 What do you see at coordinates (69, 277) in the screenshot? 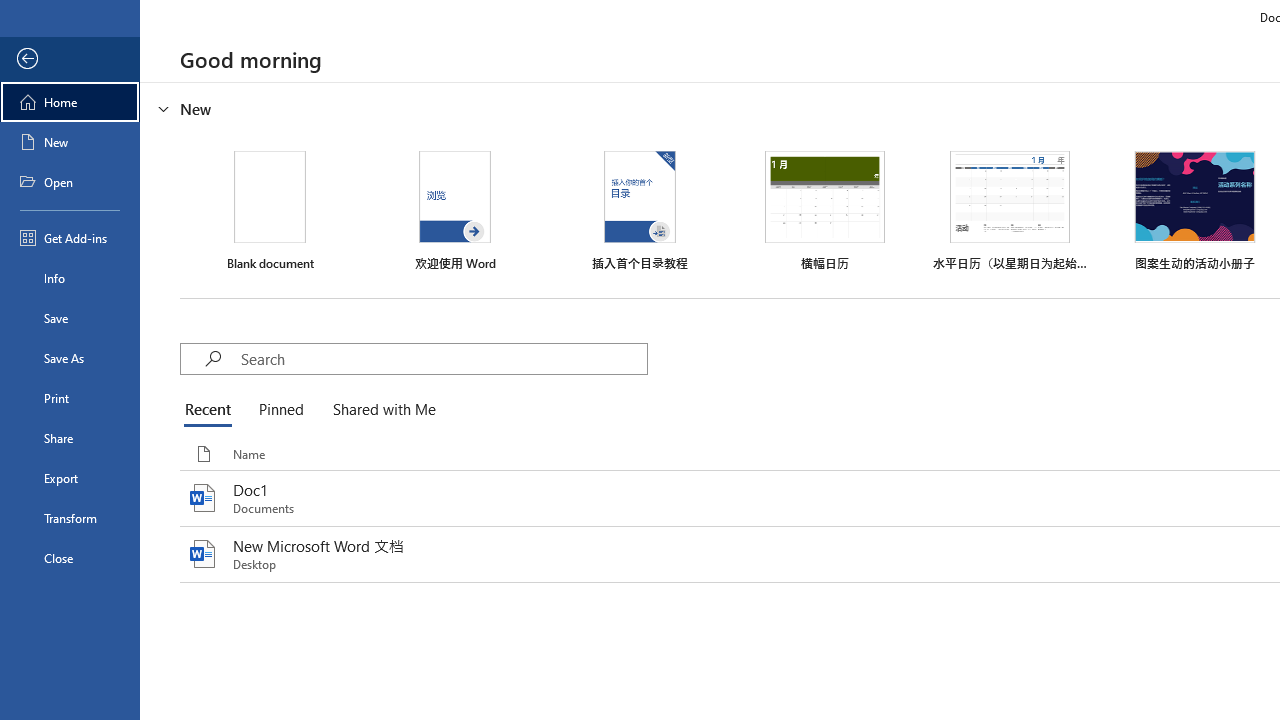
I see `'Info'` at bounding box center [69, 277].